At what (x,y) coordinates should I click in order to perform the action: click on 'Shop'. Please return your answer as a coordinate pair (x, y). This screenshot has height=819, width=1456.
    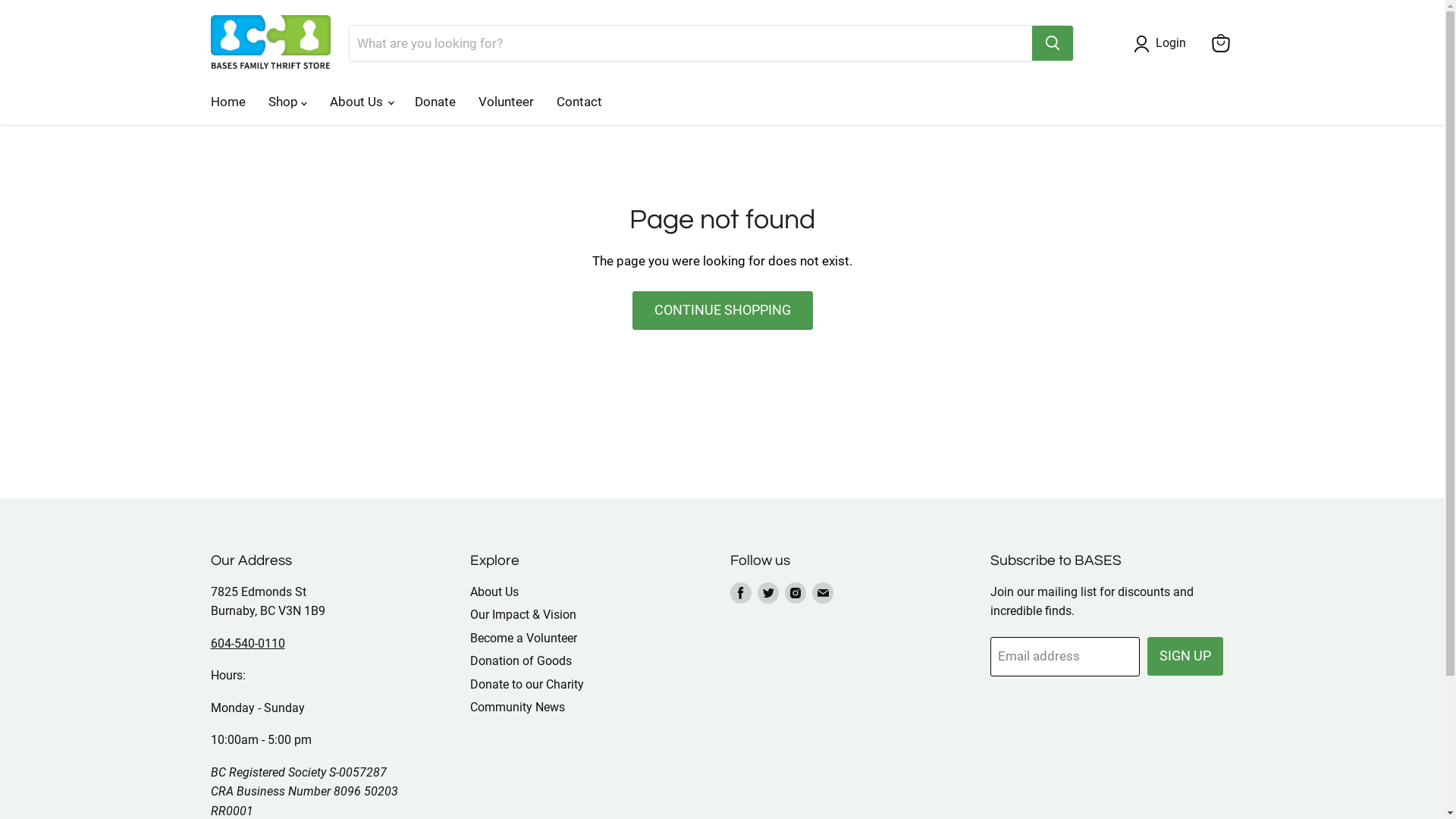
    Looking at the image, I should click on (287, 102).